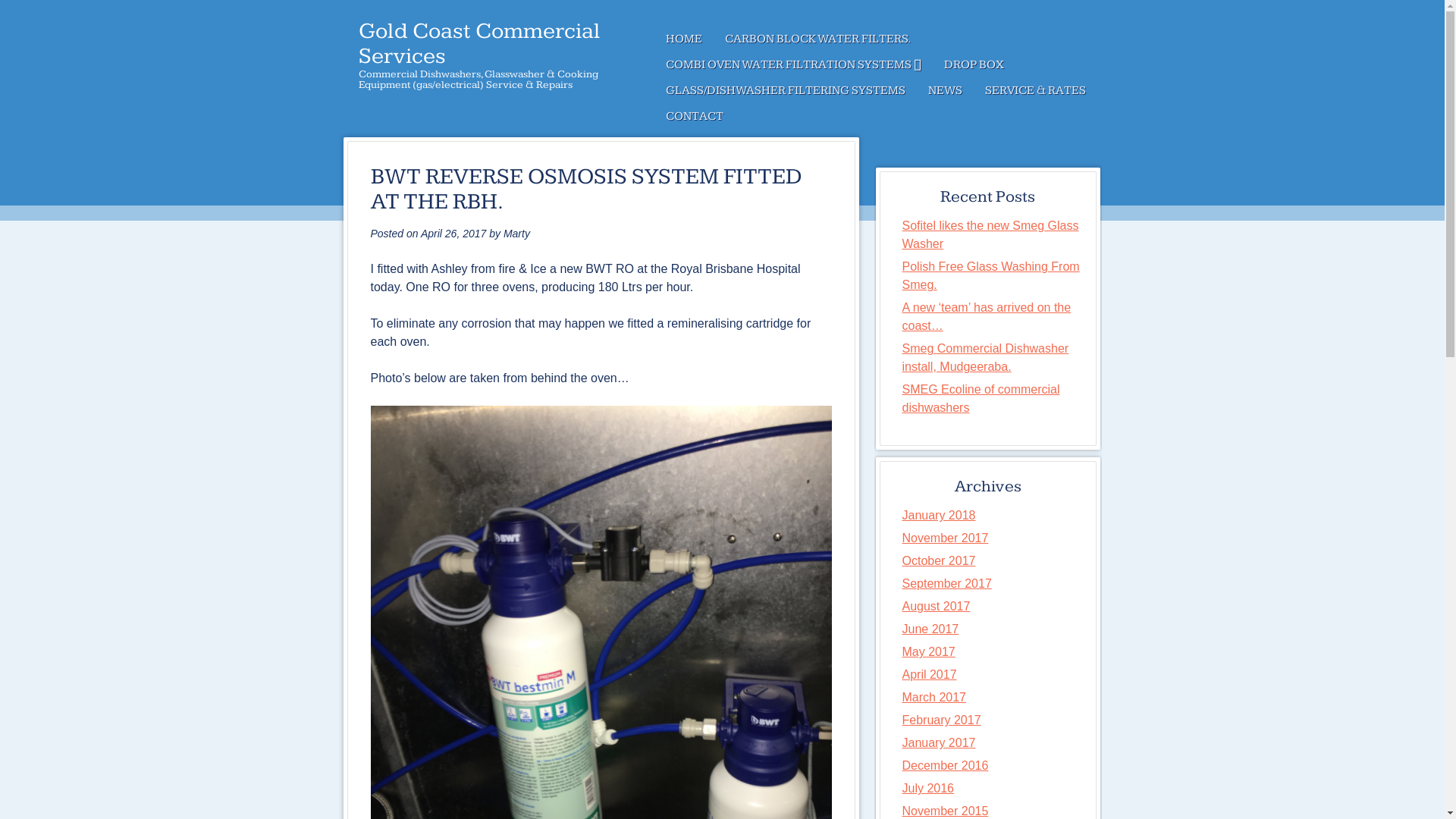 The height and width of the screenshot is (819, 1456). I want to click on 'December 2016', so click(945, 765).